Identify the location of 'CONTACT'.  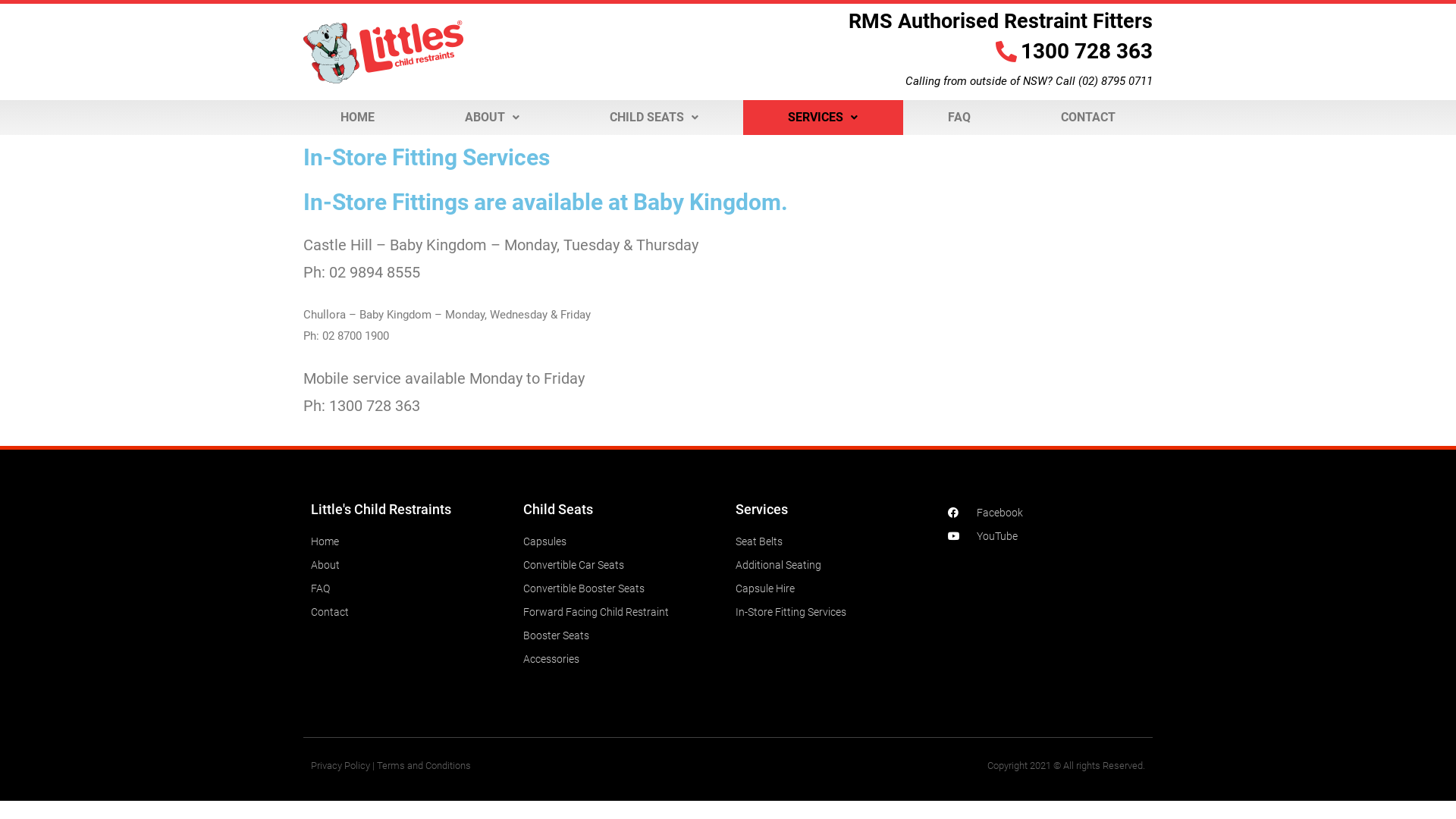
(1087, 116).